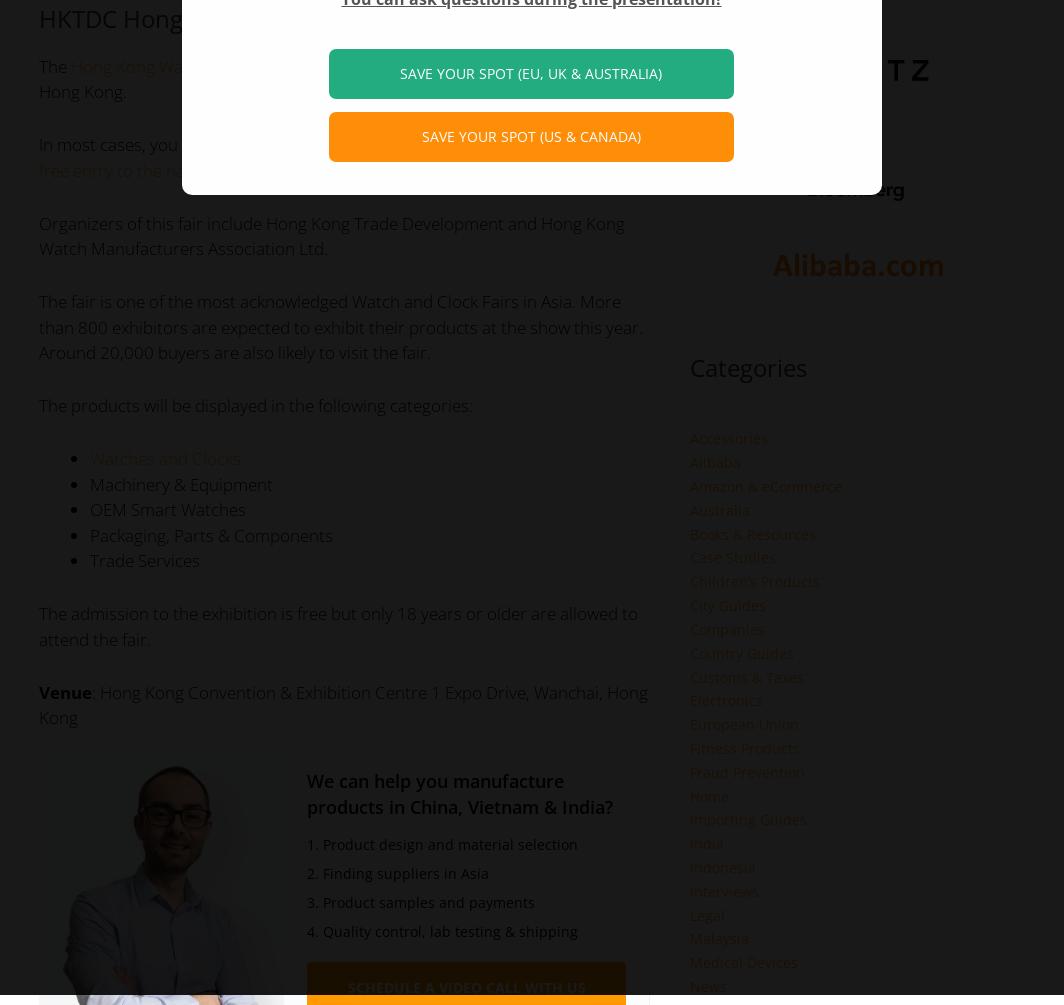  I want to click on 'Cookie Settings', so click(409, 49).